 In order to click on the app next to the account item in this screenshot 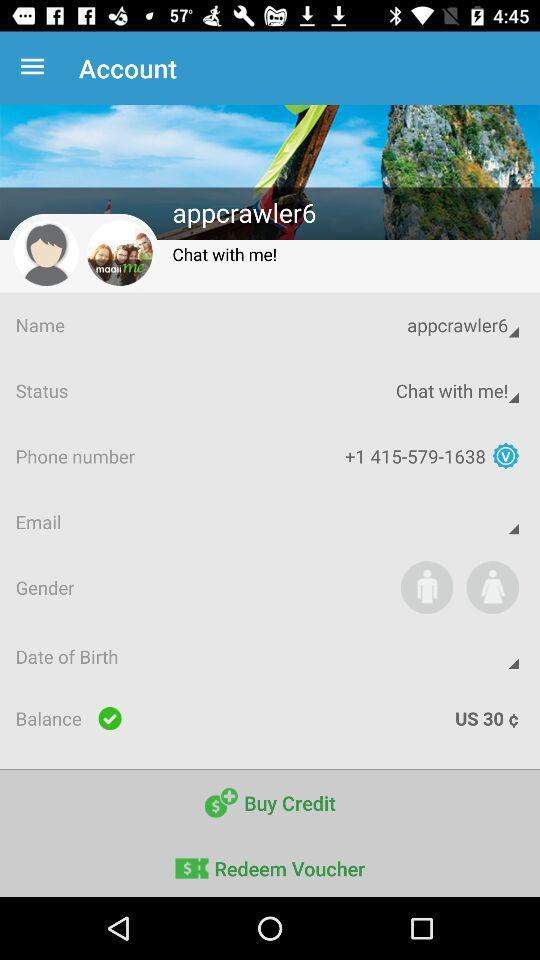, I will do `click(36, 68)`.